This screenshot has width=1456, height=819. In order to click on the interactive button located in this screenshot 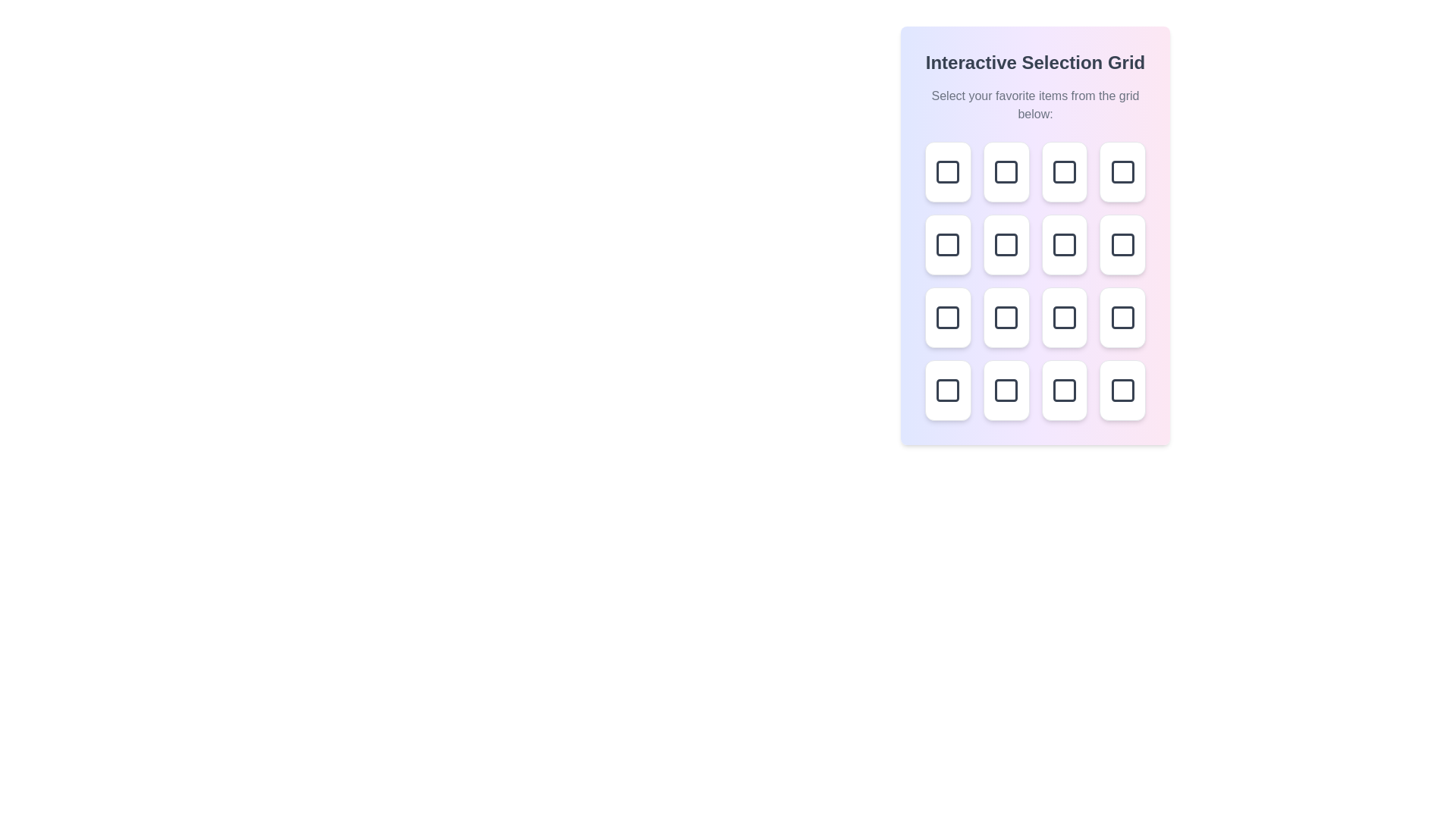, I will do `click(946, 390)`.